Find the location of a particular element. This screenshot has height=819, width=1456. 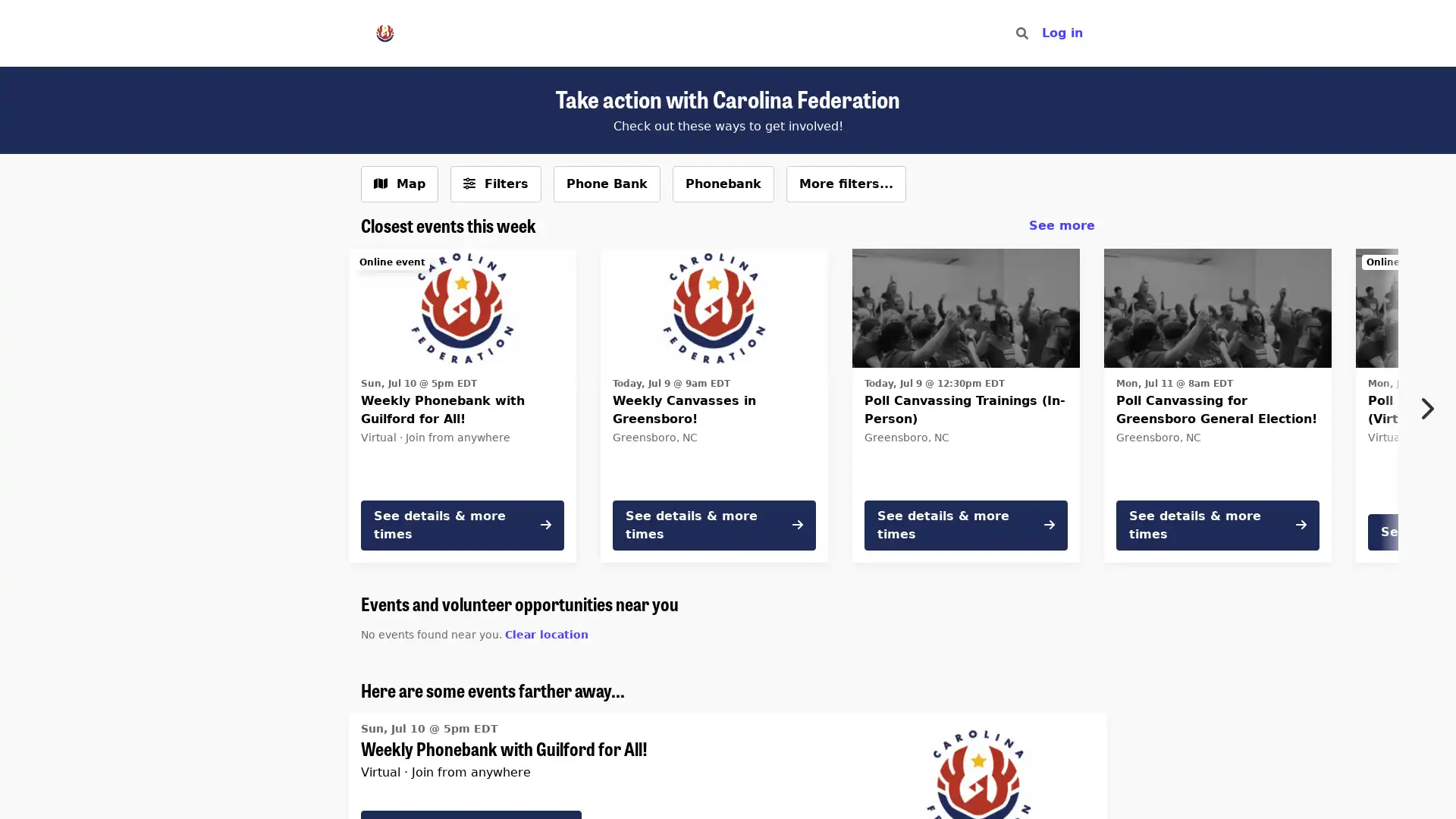

Phonebank is located at coordinates (723, 184).